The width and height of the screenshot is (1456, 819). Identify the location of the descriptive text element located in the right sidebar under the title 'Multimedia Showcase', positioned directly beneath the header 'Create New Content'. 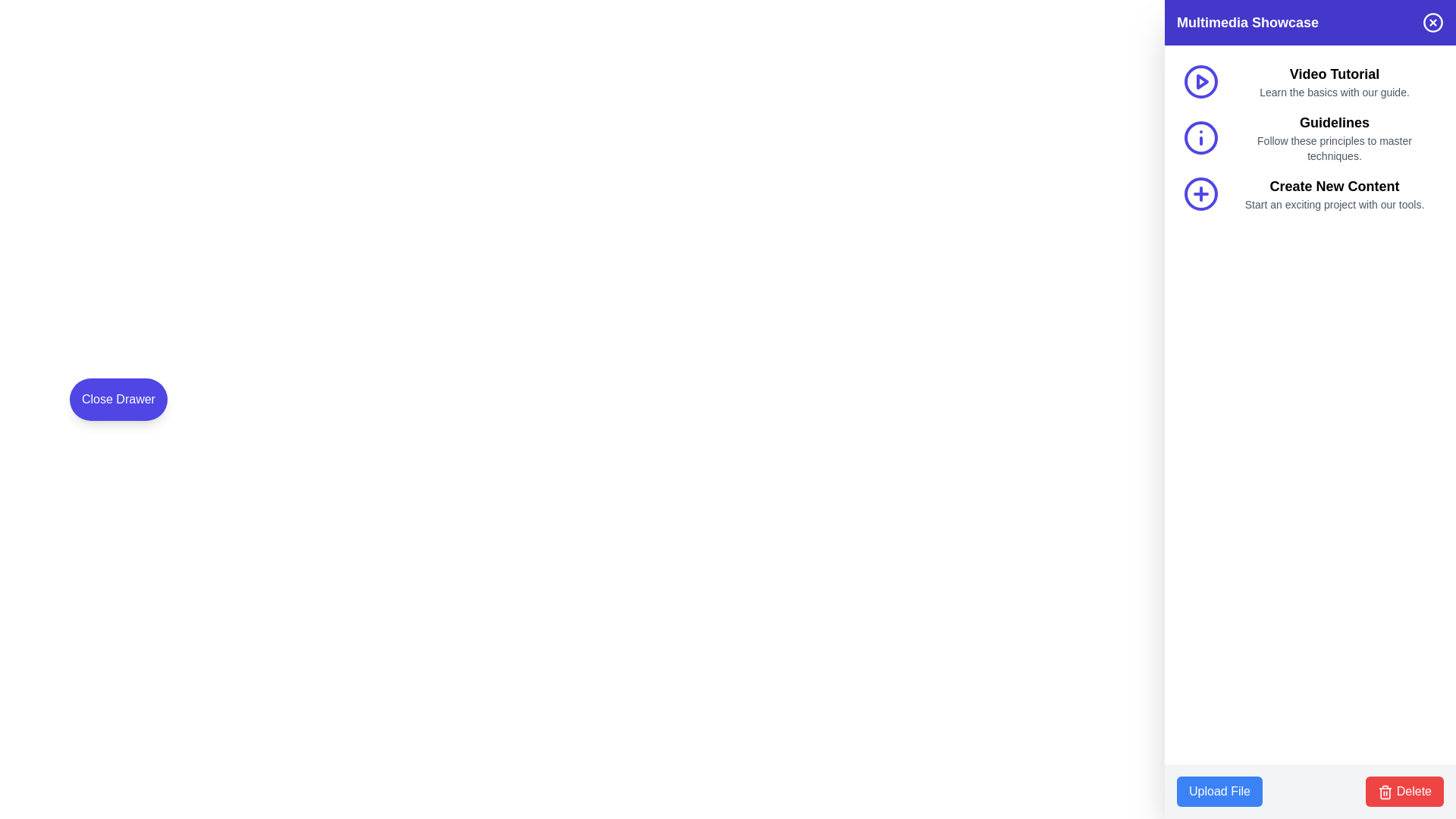
(1335, 205).